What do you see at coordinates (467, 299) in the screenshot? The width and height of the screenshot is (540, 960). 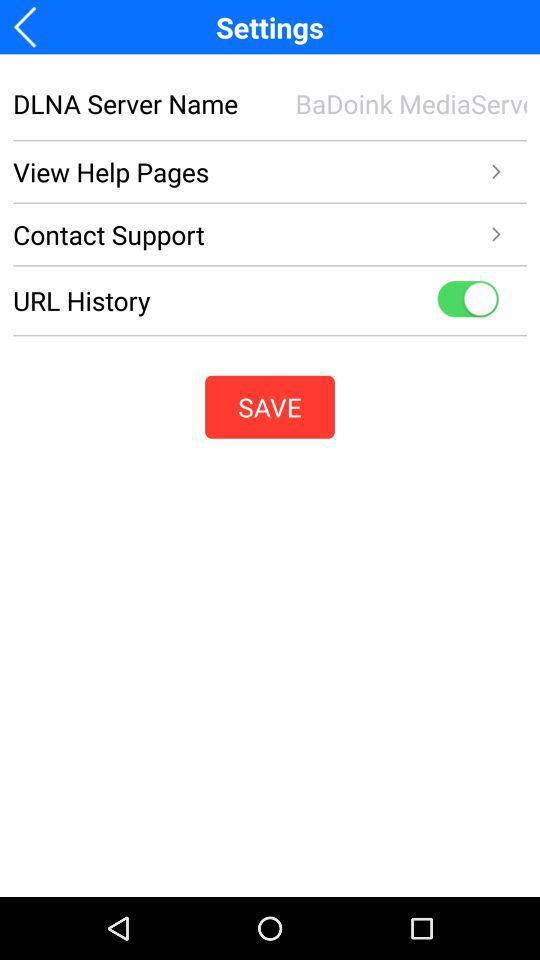 I see `show url histoty` at bounding box center [467, 299].